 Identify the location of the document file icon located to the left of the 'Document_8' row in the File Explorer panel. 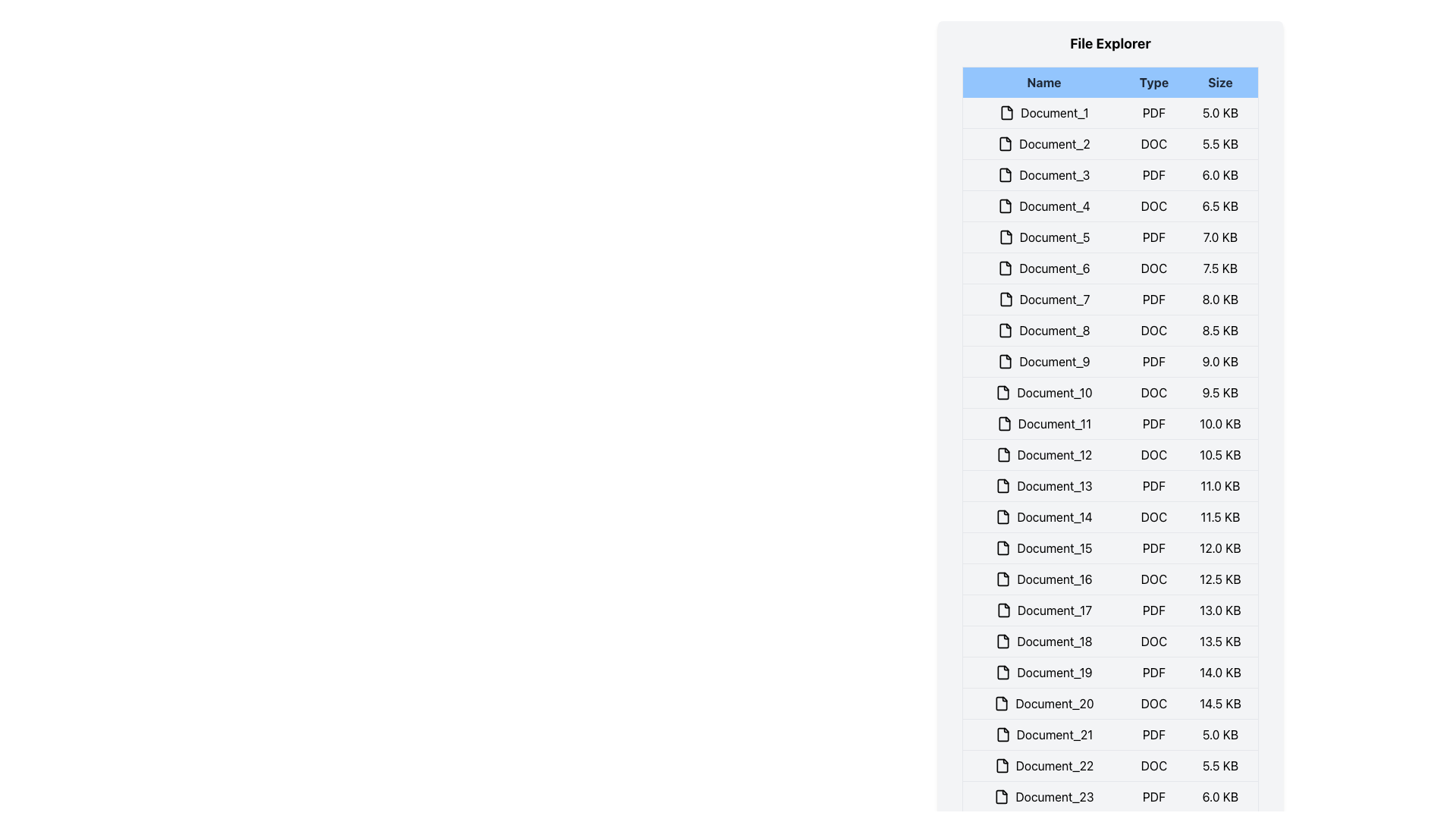
(1006, 329).